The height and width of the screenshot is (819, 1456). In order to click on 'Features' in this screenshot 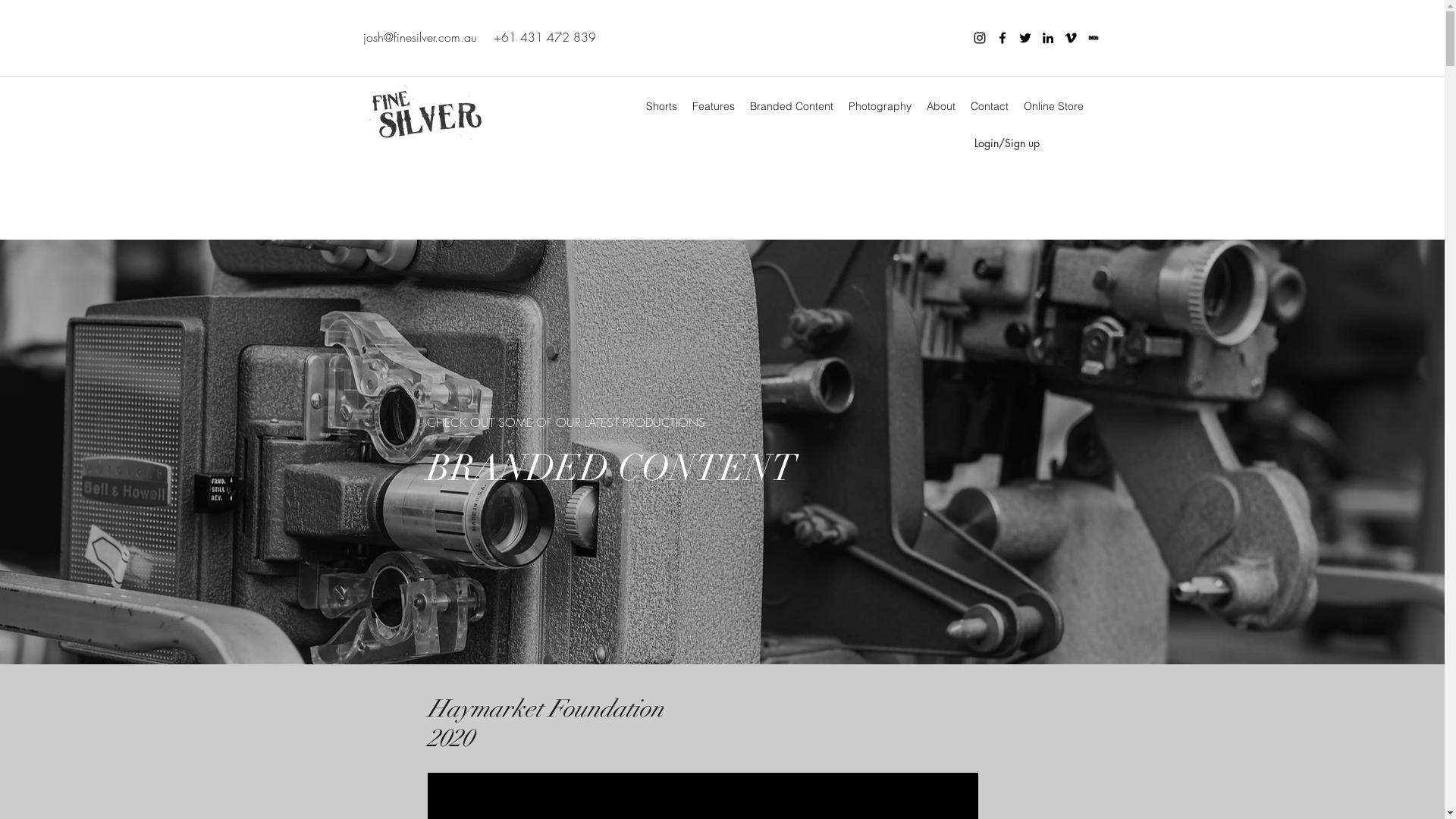, I will do `click(712, 105)`.